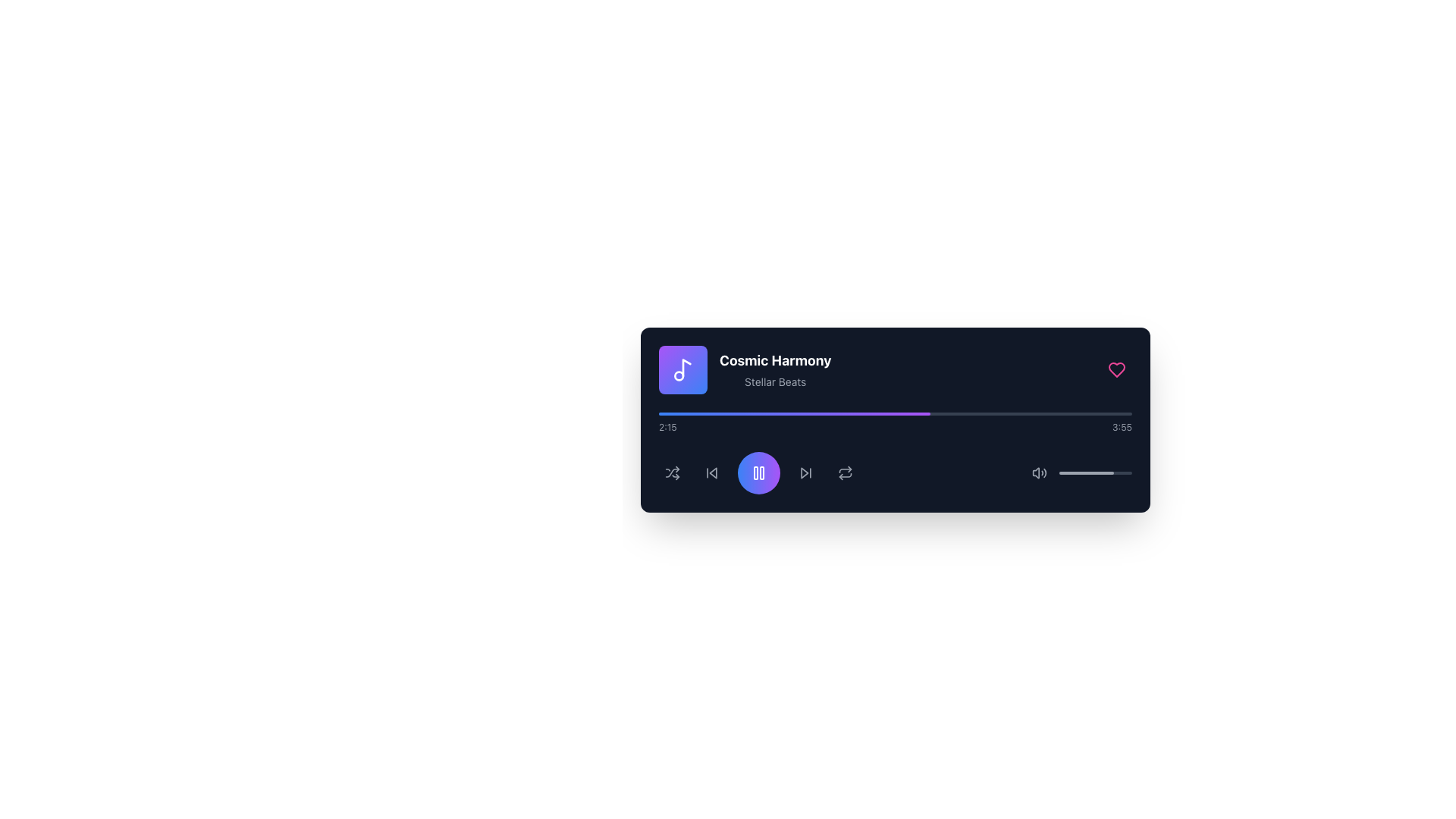  I want to click on the left bar of the pause icon, which is part of a circular button in the media player interface, so click(756, 472).